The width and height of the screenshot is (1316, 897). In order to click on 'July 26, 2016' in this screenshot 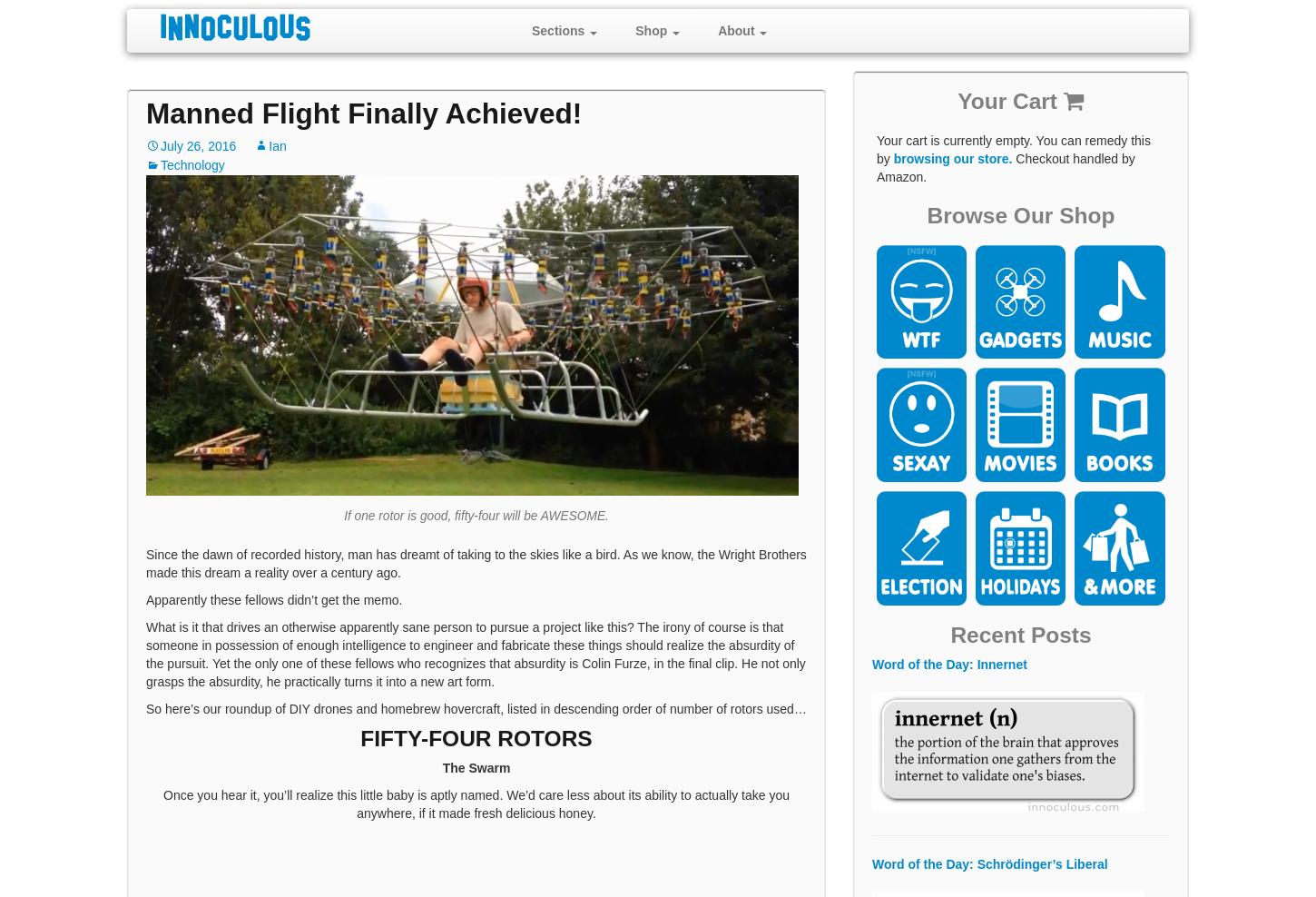, I will do `click(160, 145)`.